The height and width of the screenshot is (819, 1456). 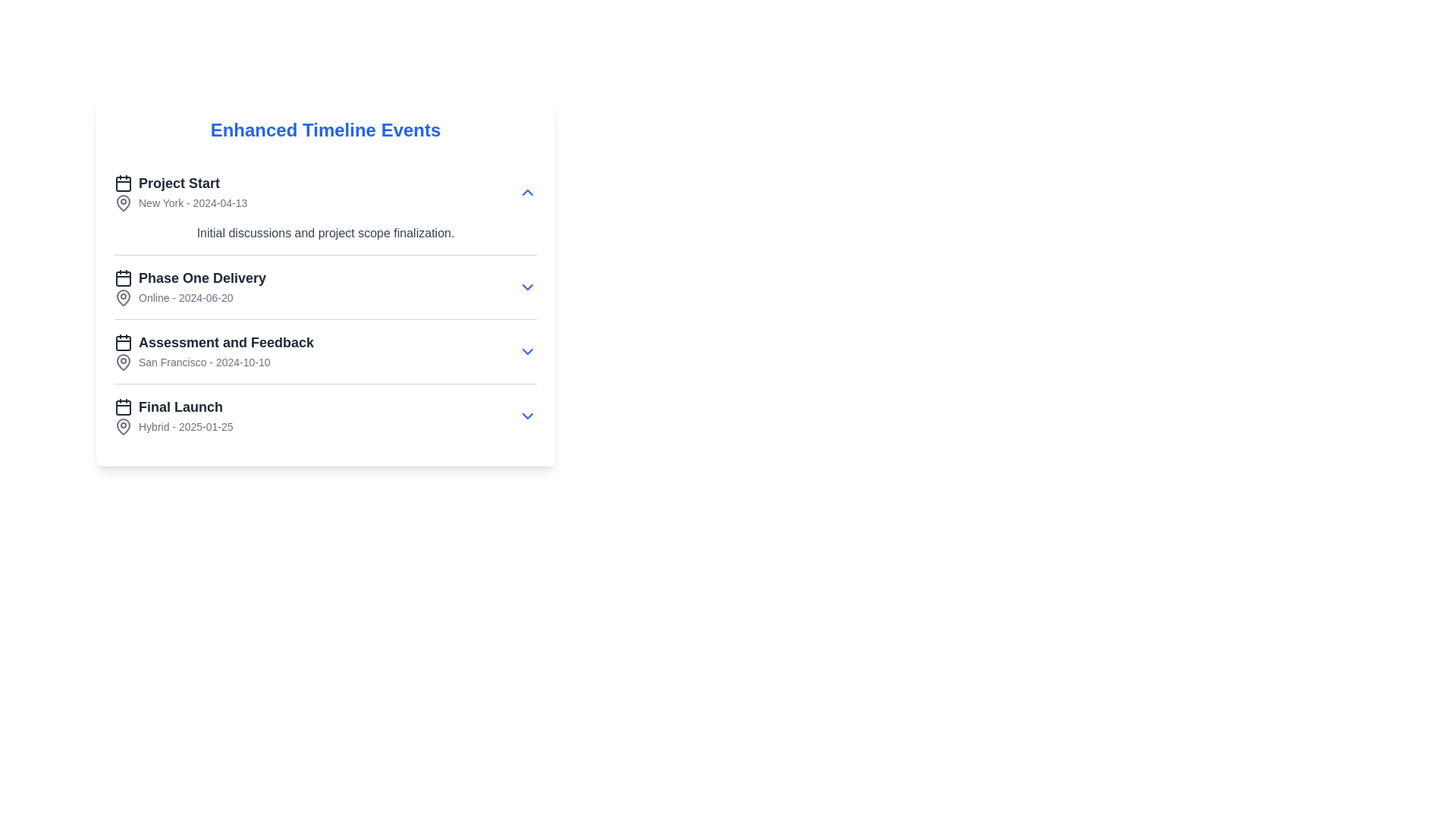 I want to click on the decorative icon representing the 'Final Launch' event in the timeline, located near the text 'Hybrid - 2025-01-25', so click(x=124, y=426).